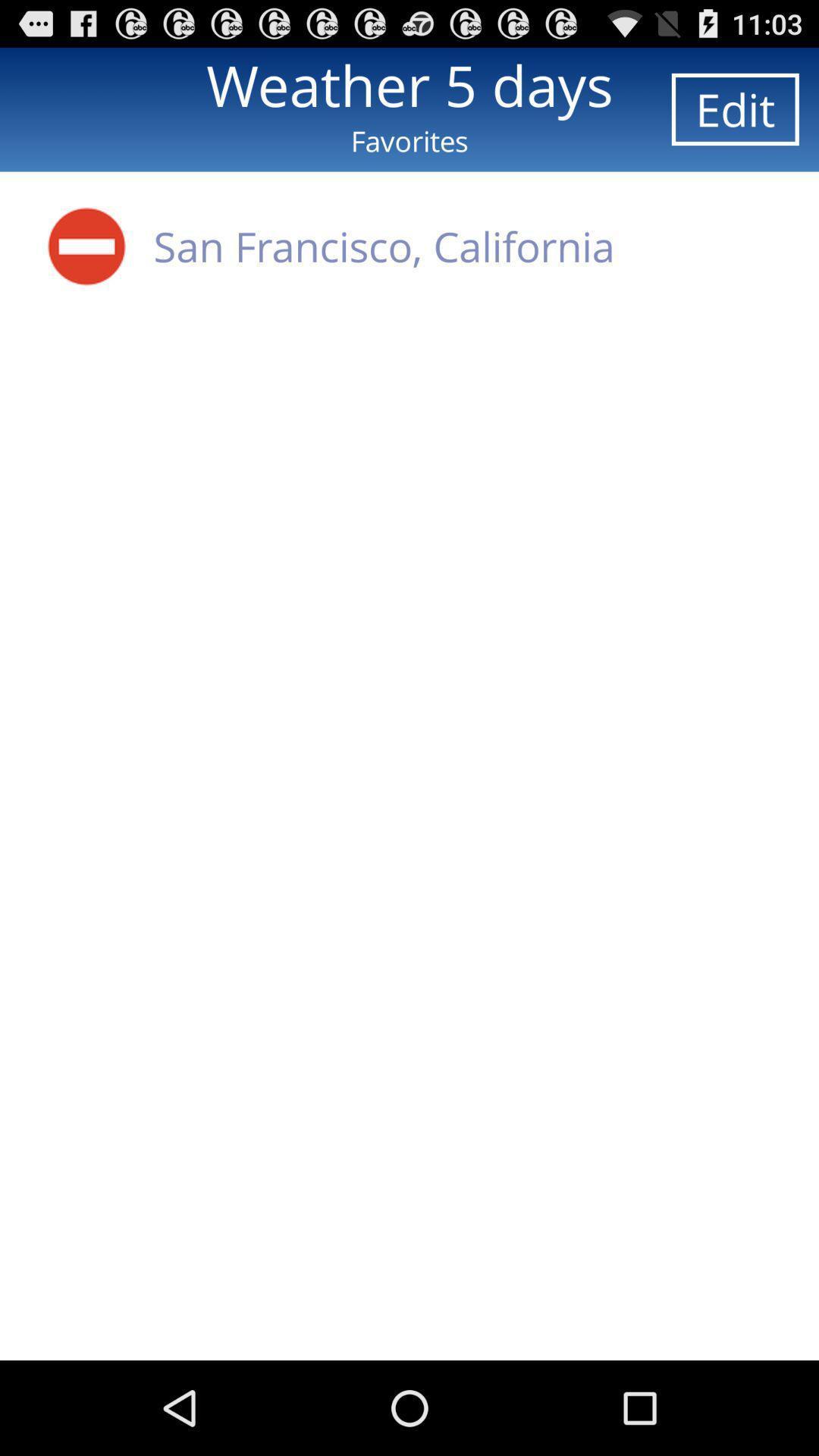 Image resolution: width=819 pixels, height=1456 pixels. Describe the element at coordinates (86, 246) in the screenshot. I see `icon below favorites icon` at that location.